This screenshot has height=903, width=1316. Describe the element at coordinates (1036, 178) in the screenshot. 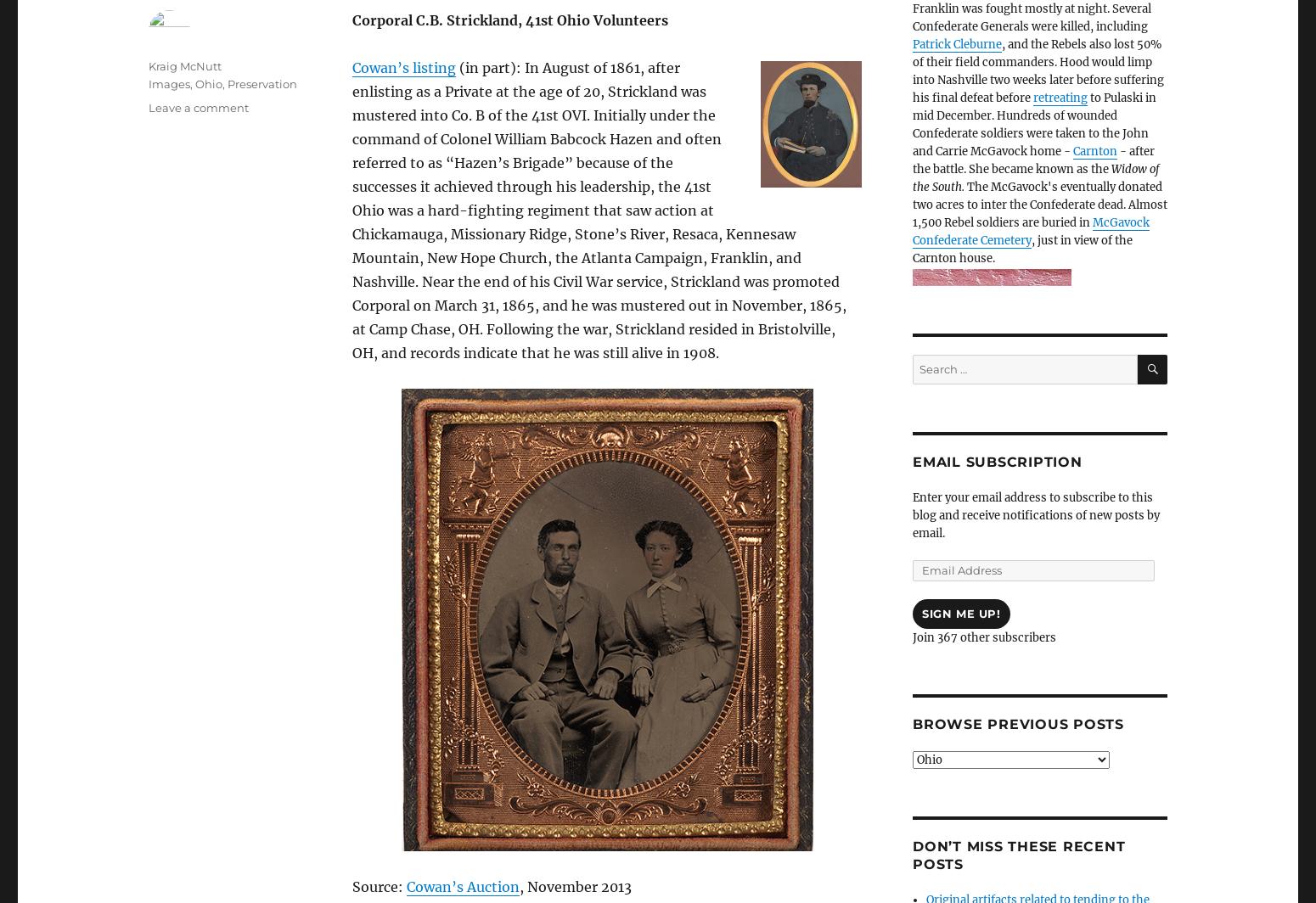

I see `'Widow of the South.'` at that location.